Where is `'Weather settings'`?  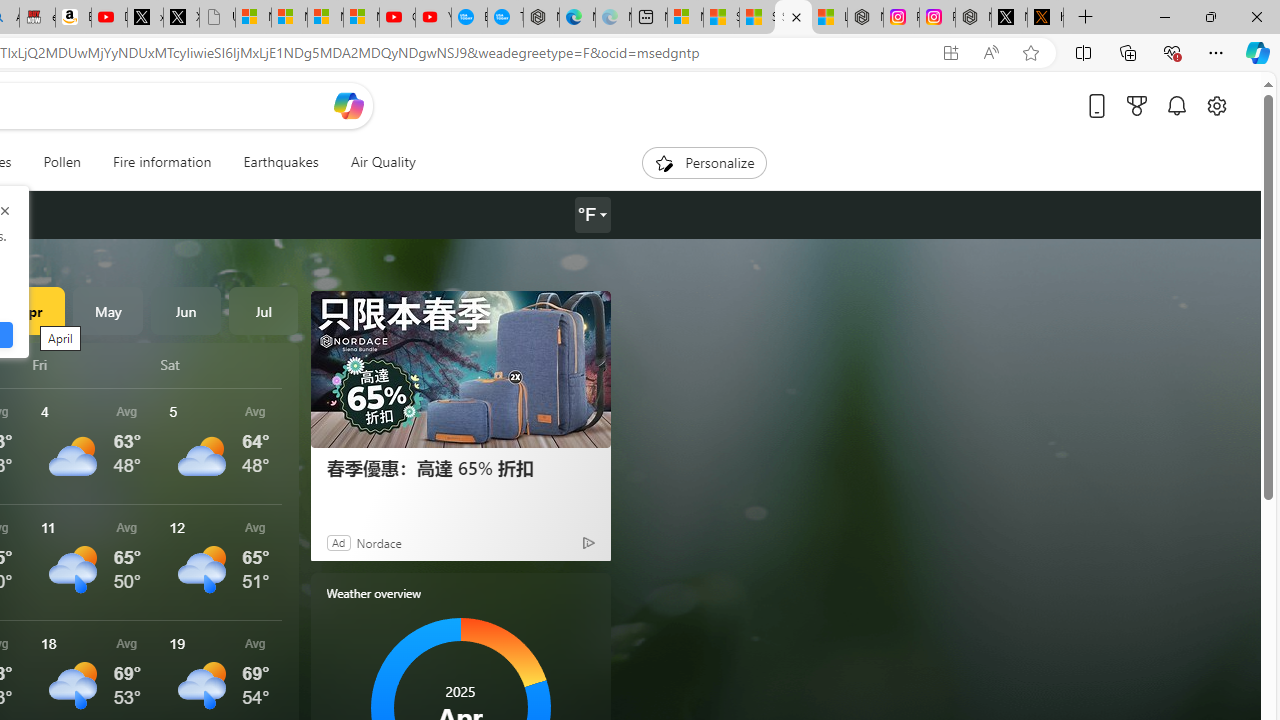 'Weather settings' is located at coordinates (591, 215).